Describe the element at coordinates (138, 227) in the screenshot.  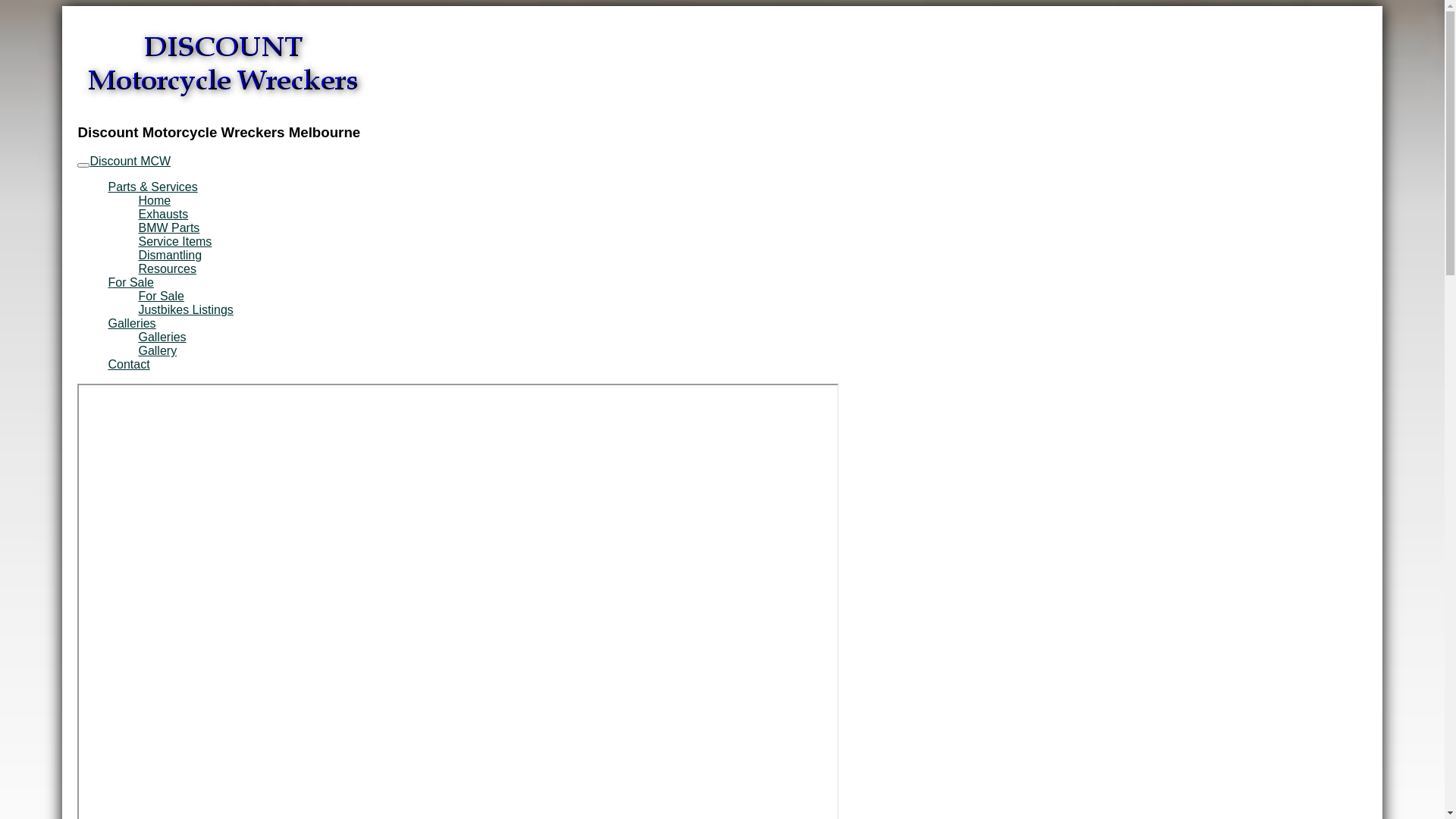
I see `'BMW Parts'` at that location.